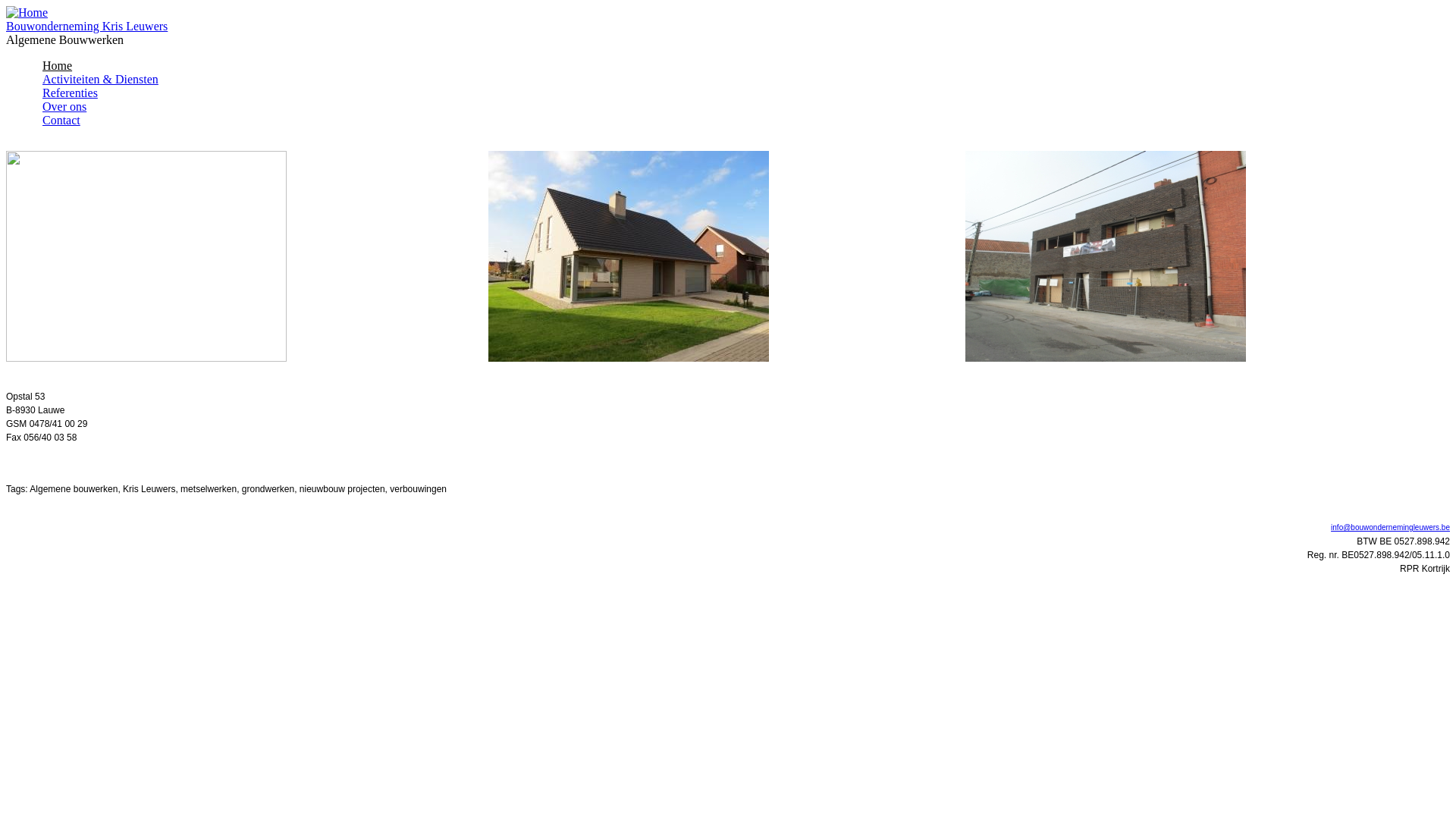 This screenshot has width=1456, height=819. What do you see at coordinates (86, 26) in the screenshot?
I see `'Bouwonderneming Kris Leuwers'` at bounding box center [86, 26].